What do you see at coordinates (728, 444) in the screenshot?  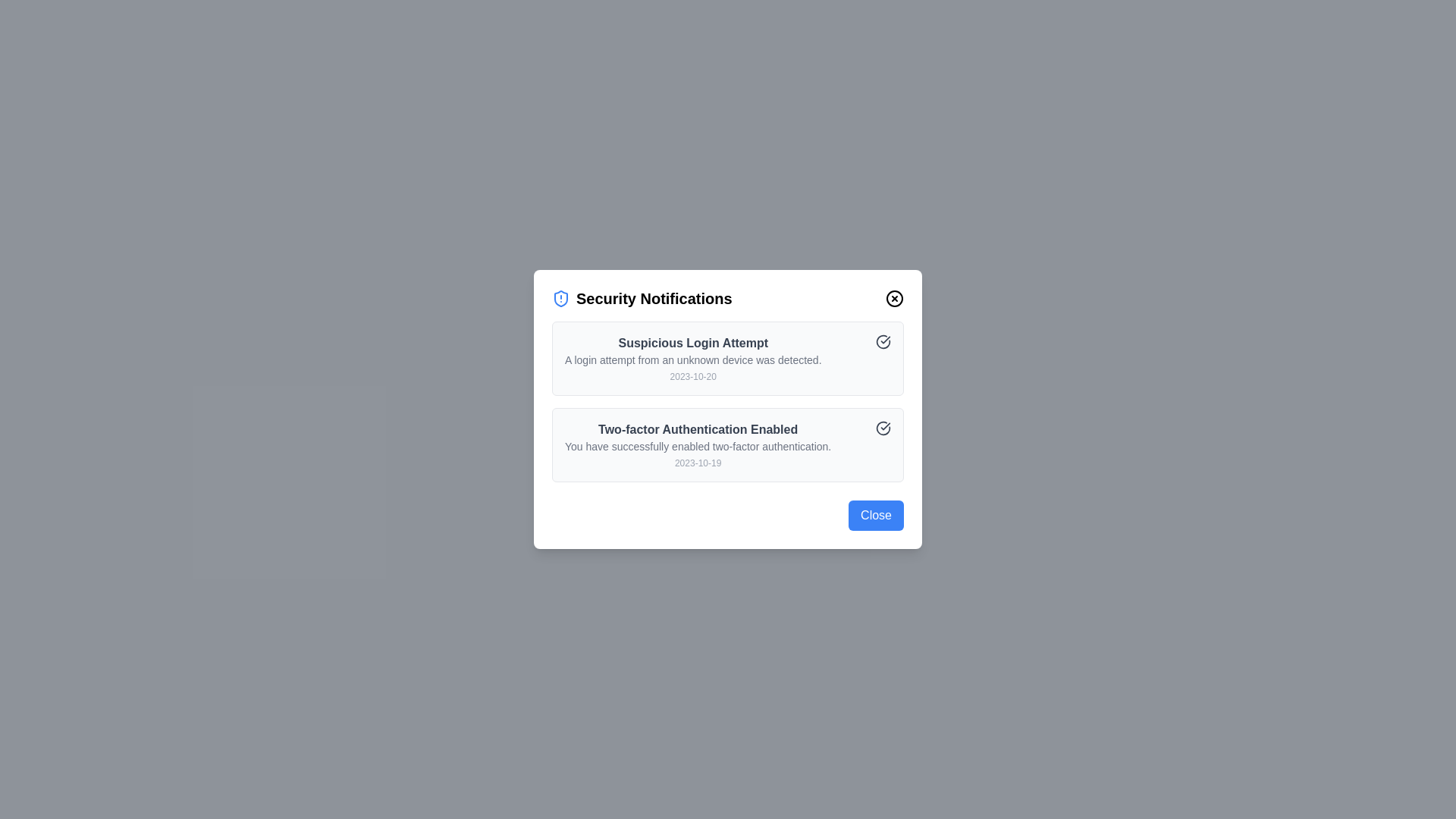 I see `the interactive circular arrow icon in the notification card titled 'Two-factor Authentication Enabled'` at bounding box center [728, 444].